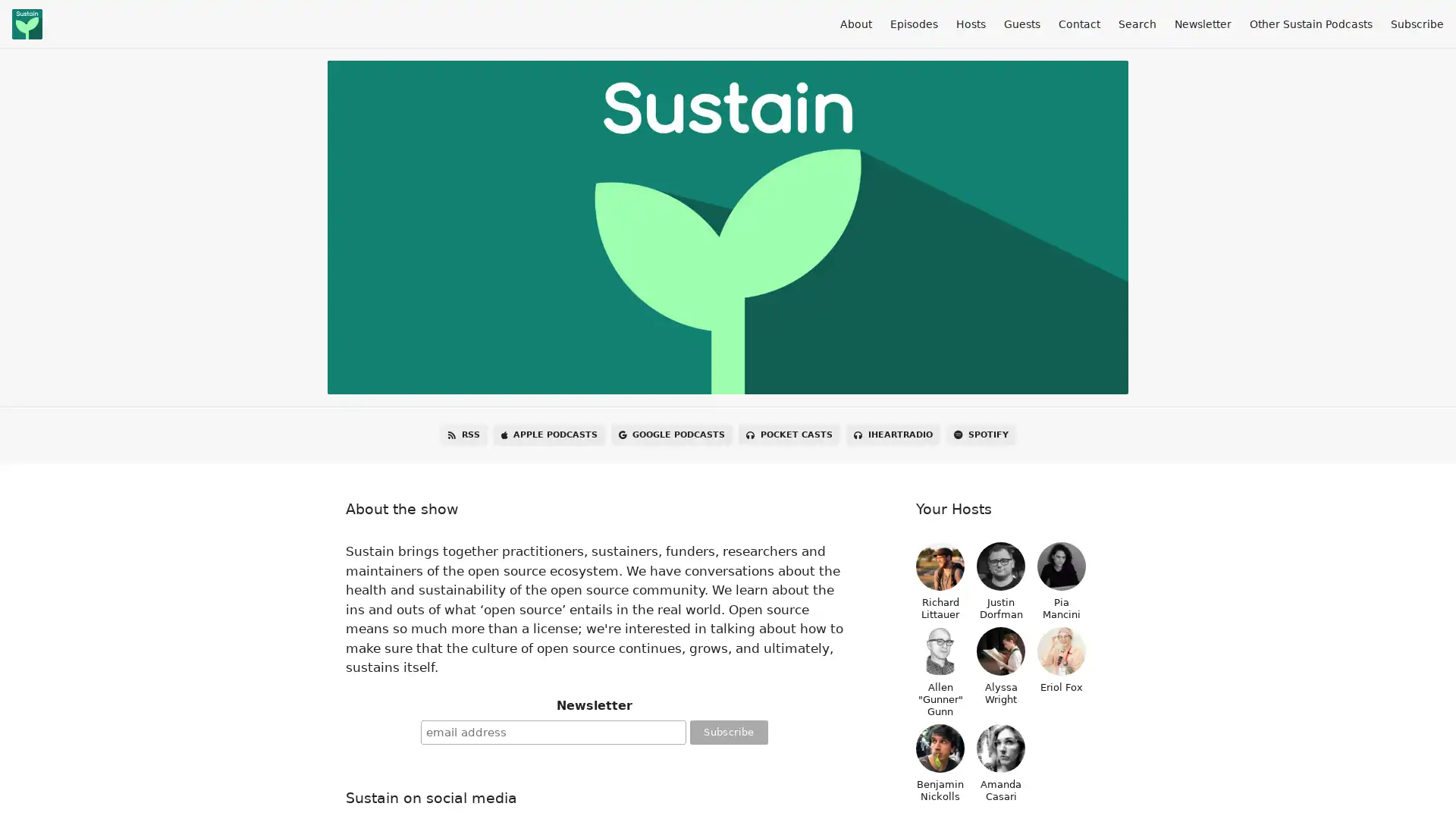 The image size is (1456, 819). Describe the element at coordinates (728, 730) in the screenshot. I see `Subscribe` at that location.